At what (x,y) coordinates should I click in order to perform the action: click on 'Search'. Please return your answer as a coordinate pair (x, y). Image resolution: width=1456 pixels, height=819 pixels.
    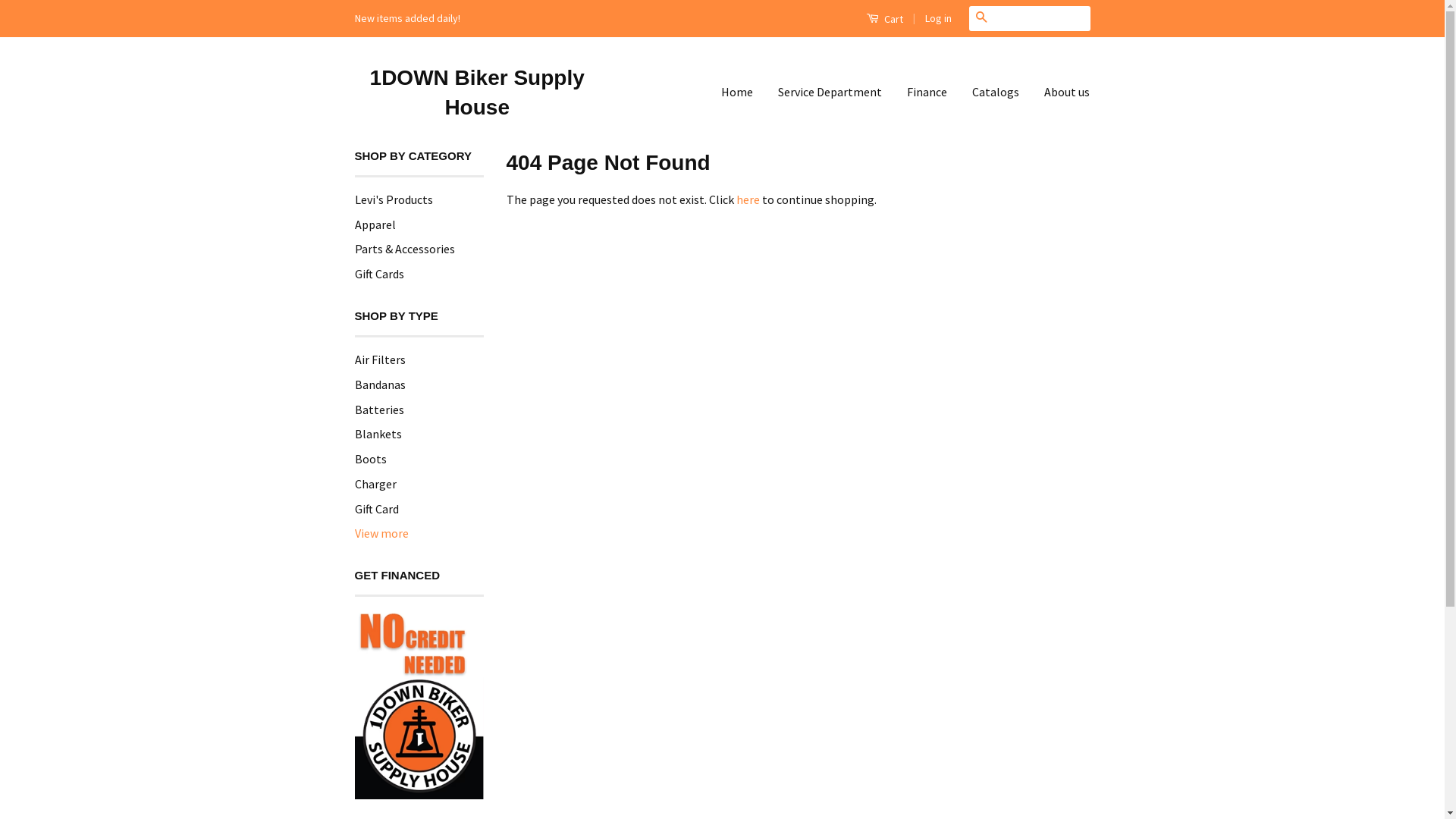
    Looking at the image, I should click on (981, 18).